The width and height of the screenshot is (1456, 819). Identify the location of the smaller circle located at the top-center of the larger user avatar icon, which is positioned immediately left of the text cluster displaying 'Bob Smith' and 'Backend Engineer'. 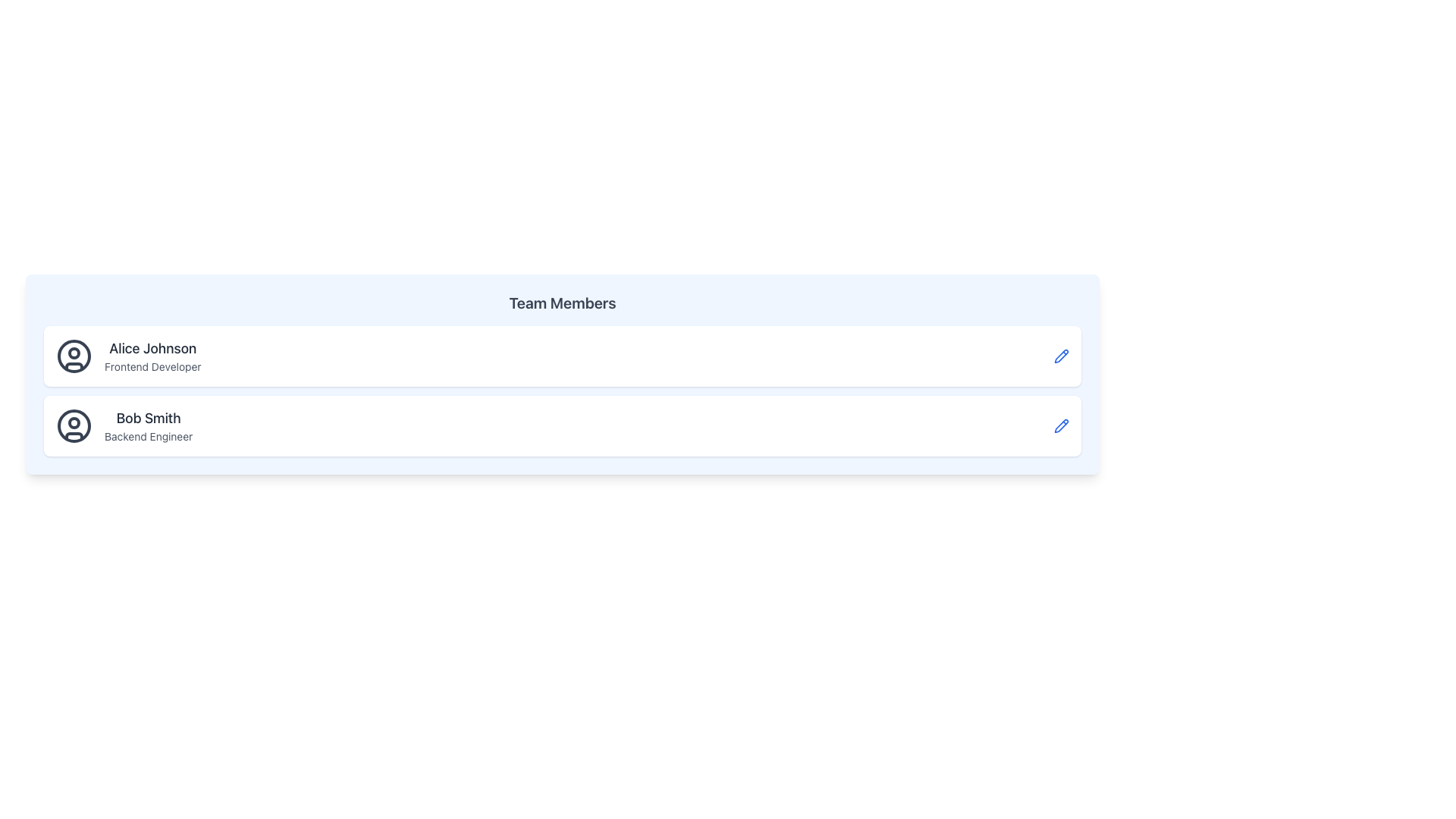
(73, 423).